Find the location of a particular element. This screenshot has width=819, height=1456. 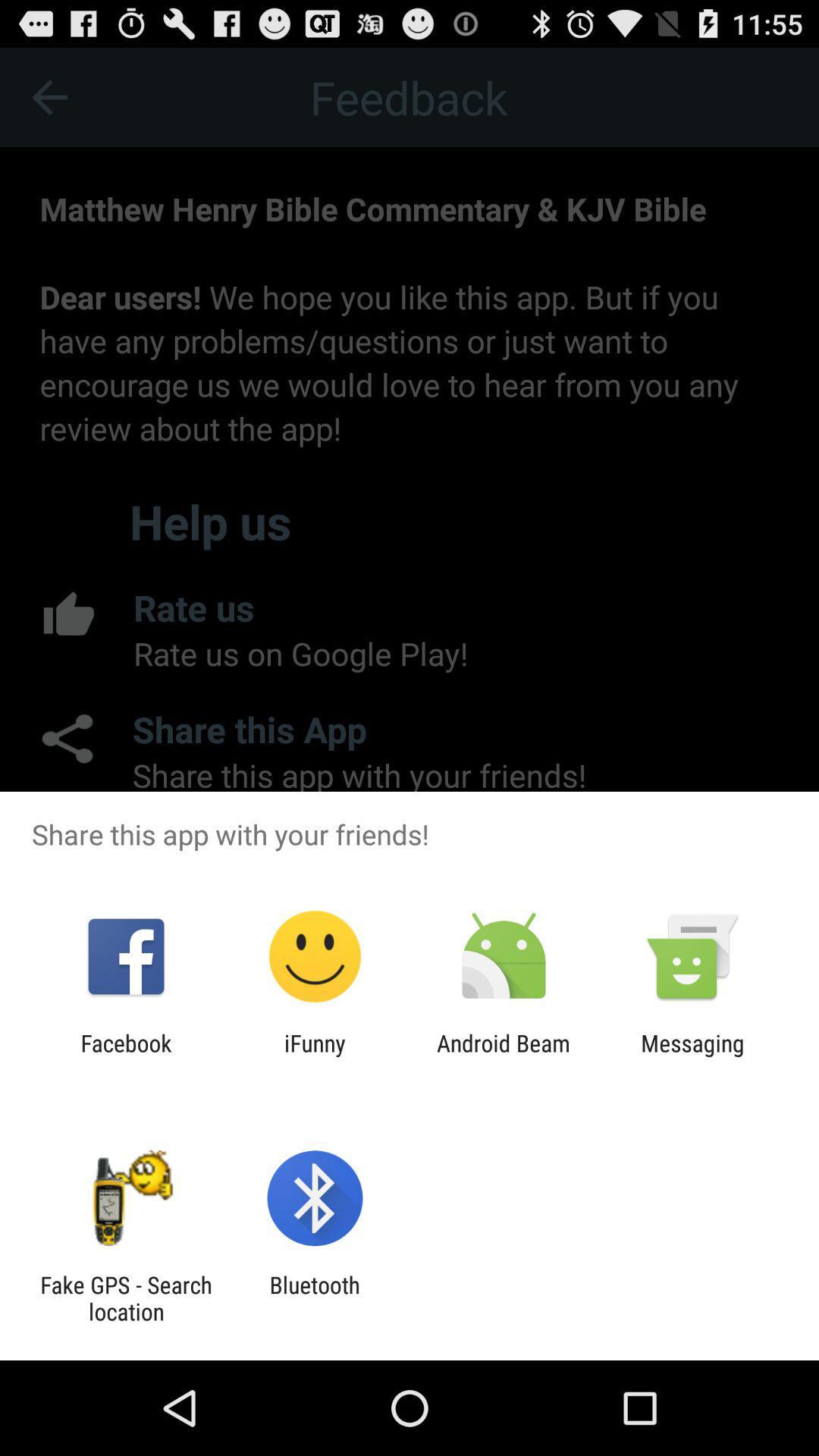

the item to the right of the fake gps search item is located at coordinates (314, 1298).